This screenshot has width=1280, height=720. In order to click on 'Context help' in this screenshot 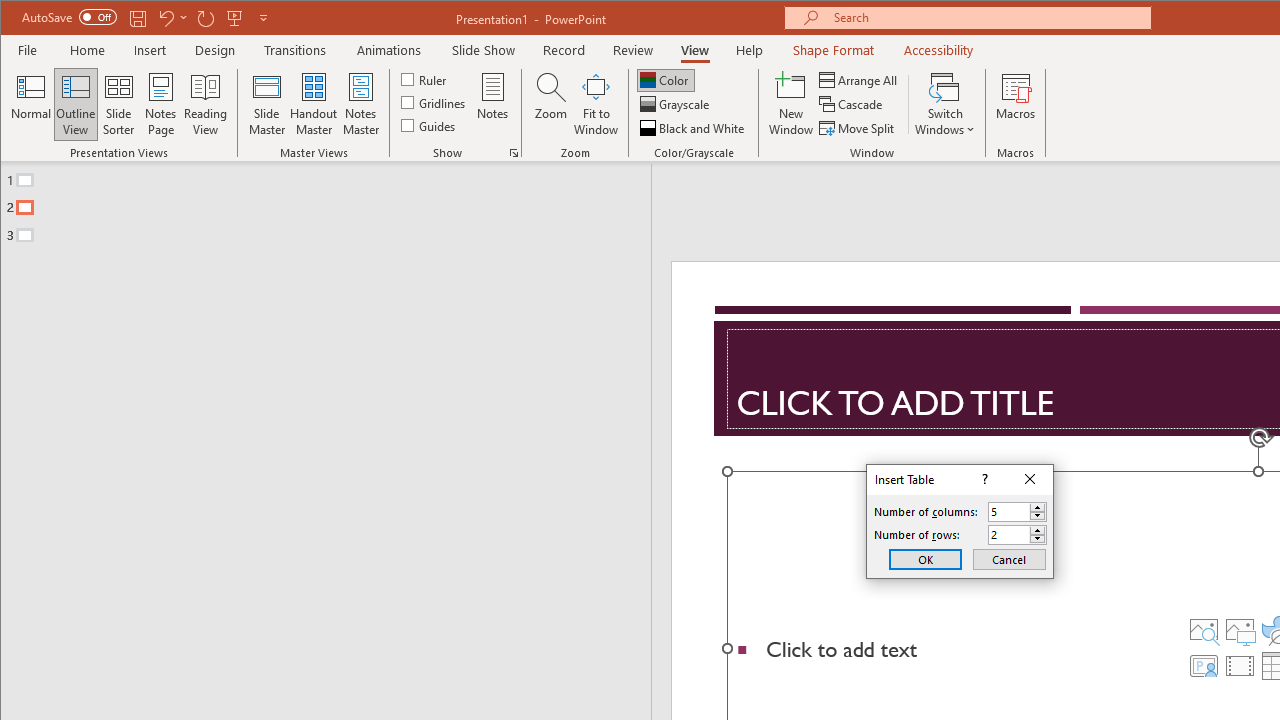, I will do `click(983, 480)`.